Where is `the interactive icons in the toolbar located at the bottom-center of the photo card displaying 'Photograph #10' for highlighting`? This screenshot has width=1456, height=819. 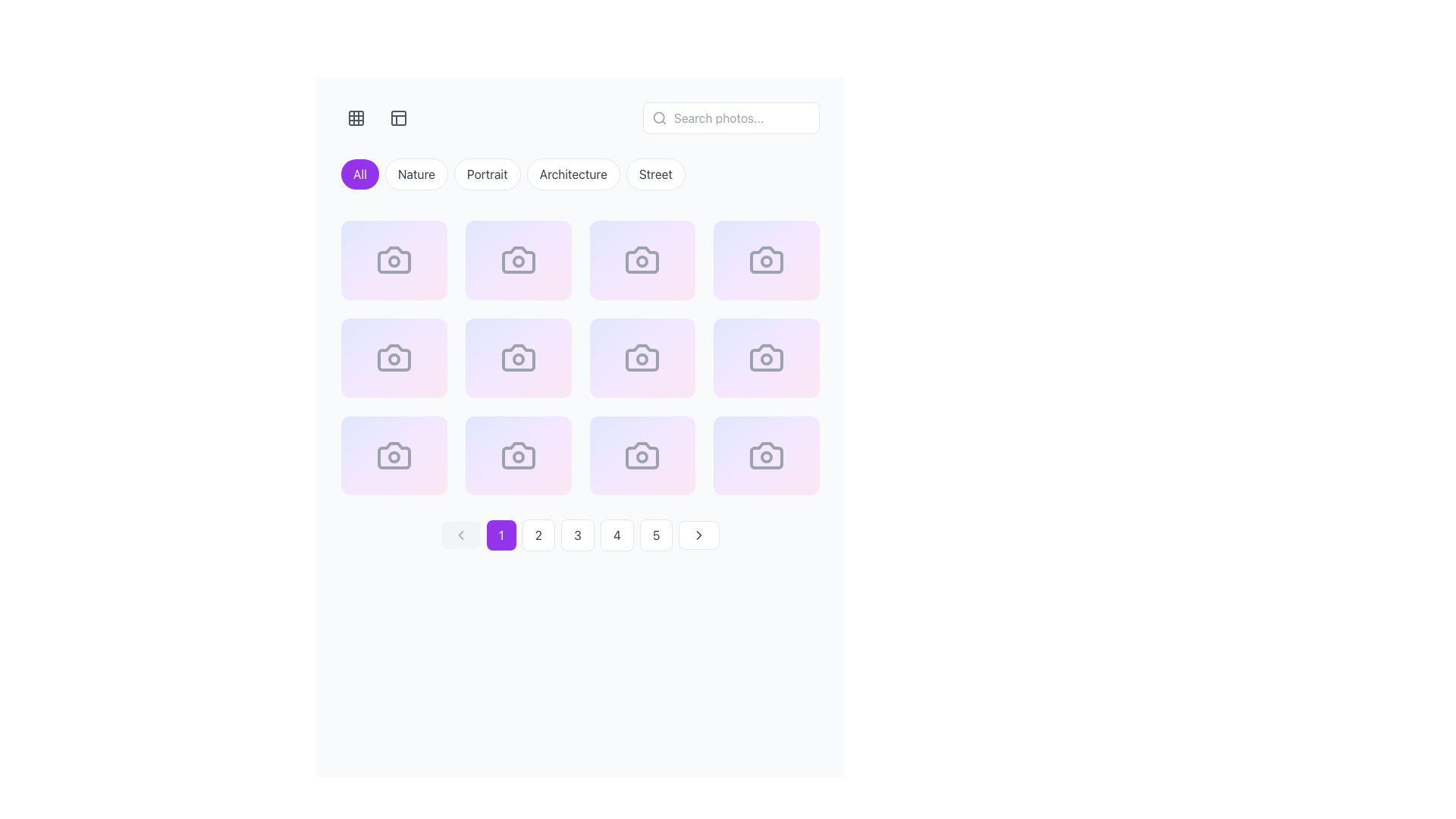 the interactive icons in the toolbar located at the bottom-center of the photo card displaying 'Photograph #10' for highlighting is located at coordinates (518, 469).